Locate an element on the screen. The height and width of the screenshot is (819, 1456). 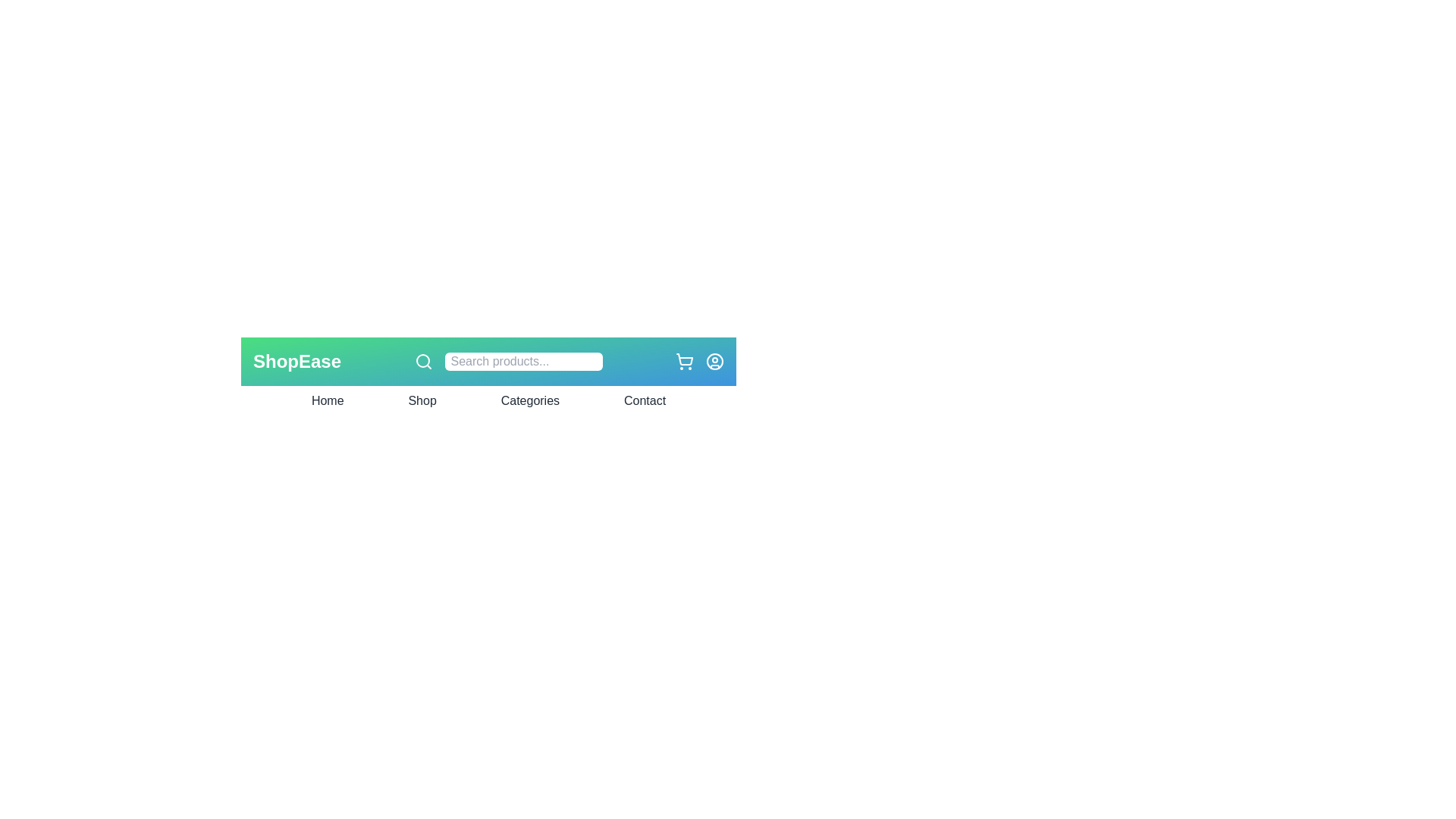
the user profile icon is located at coordinates (714, 362).